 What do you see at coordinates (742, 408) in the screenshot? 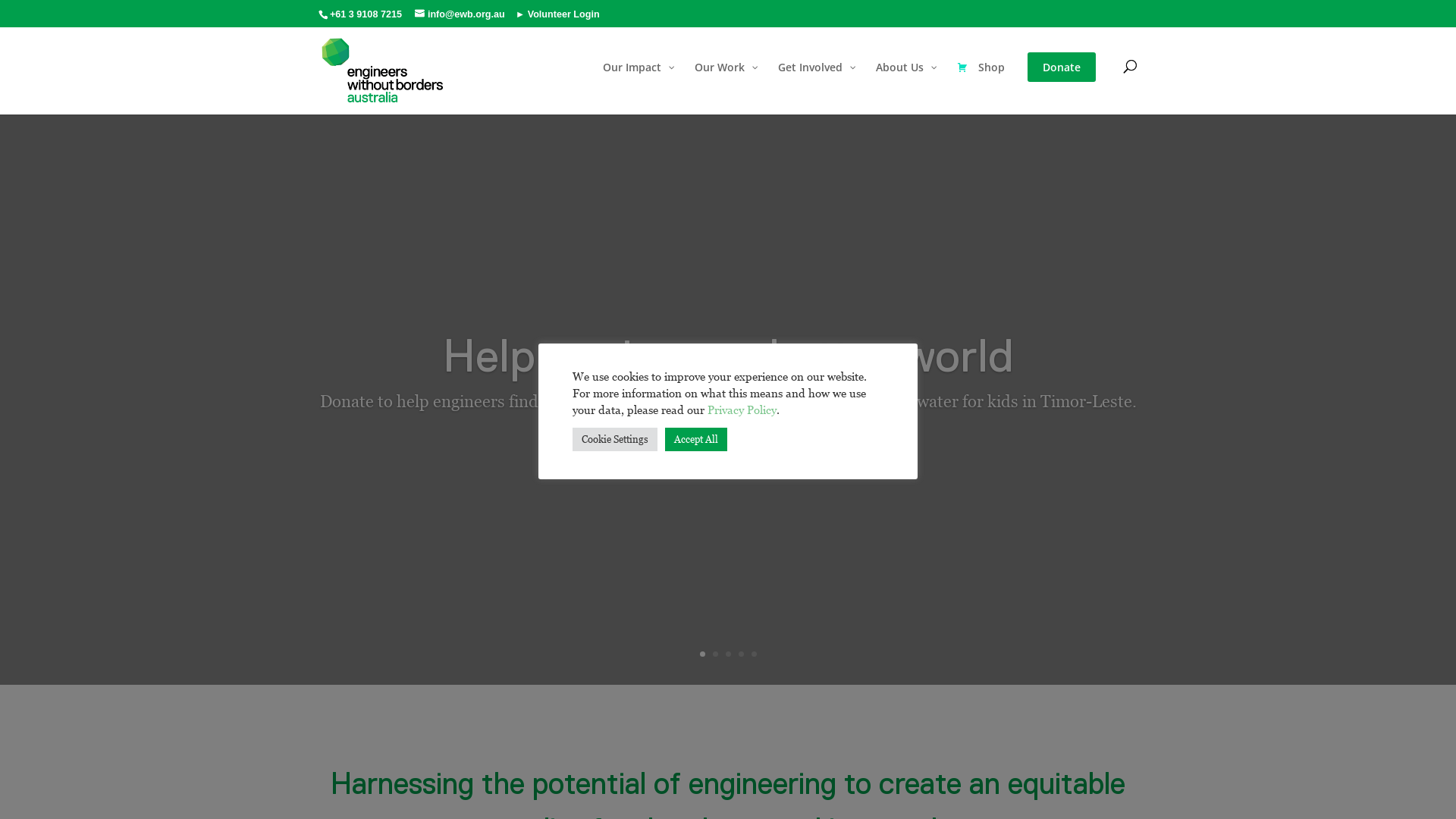
I see `'Privacy Policy'` at bounding box center [742, 408].